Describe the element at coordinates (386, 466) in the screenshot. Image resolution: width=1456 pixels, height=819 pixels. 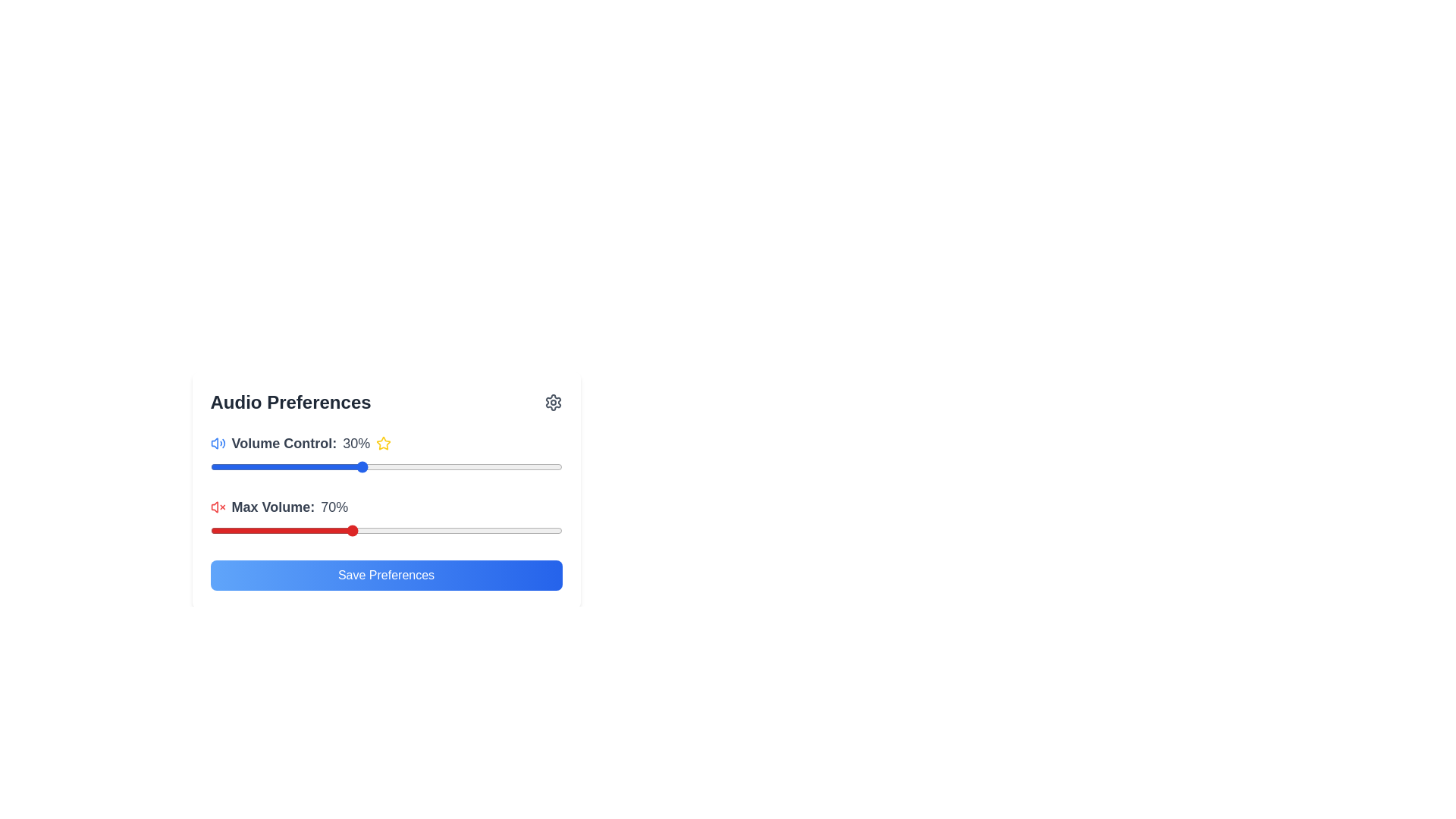
I see `the volume control slider located below the label displaying 'Volume Control: 30%' to set the value` at that location.